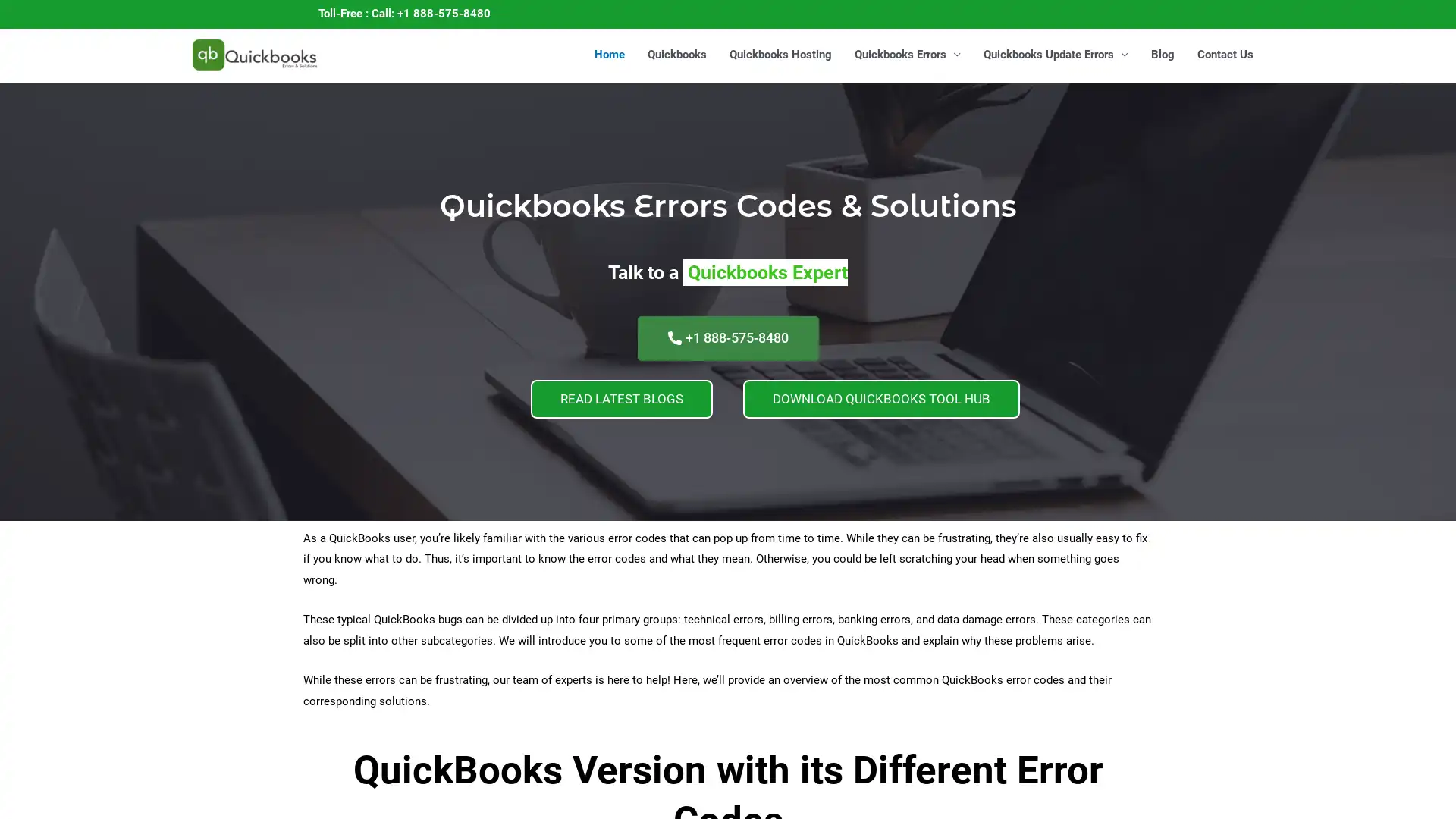 The width and height of the screenshot is (1456, 819). What do you see at coordinates (881, 397) in the screenshot?
I see `DOWNLOAD QUICKBOOKS TOOL HUB` at bounding box center [881, 397].